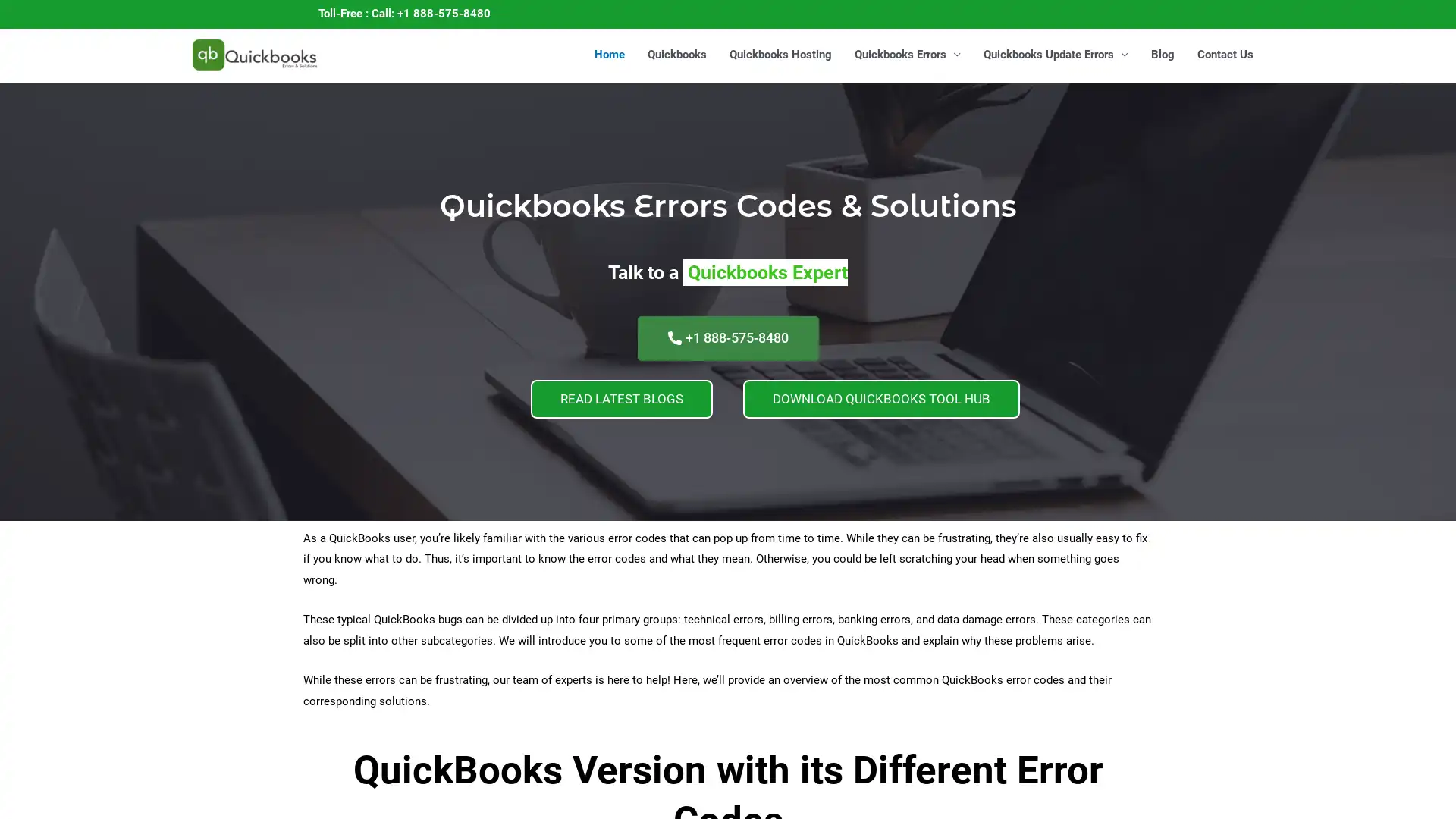 The width and height of the screenshot is (1456, 819). What do you see at coordinates (881, 397) in the screenshot?
I see `DOWNLOAD QUICKBOOKS TOOL HUB` at bounding box center [881, 397].